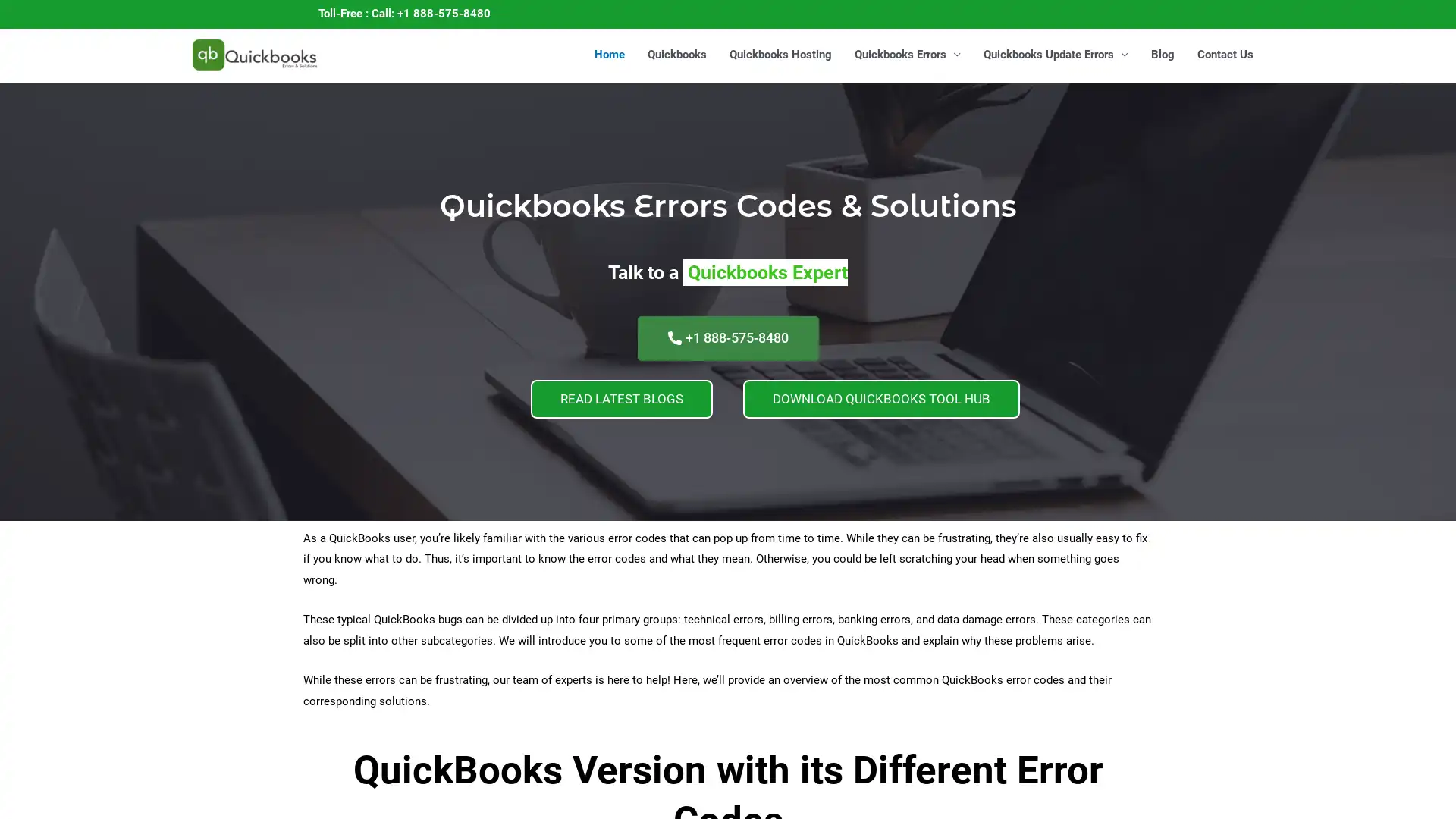 The width and height of the screenshot is (1456, 819). What do you see at coordinates (881, 397) in the screenshot?
I see `DOWNLOAD QUICKBOOKS TOOL HUB` at bounding box center [881, 397].